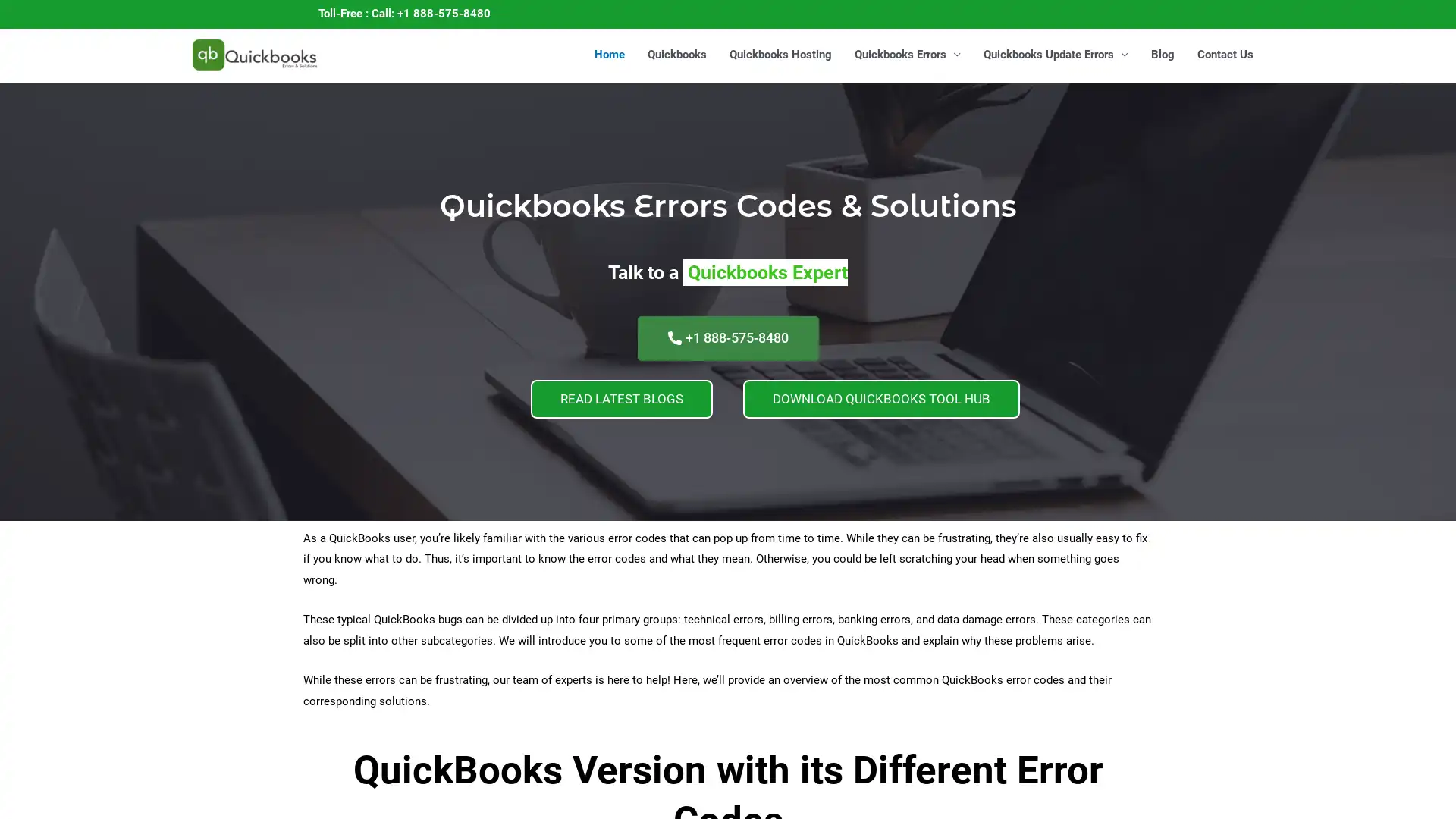 The width and height of the screenshot is (1456, 819). What do you see at coordinates (881, 397) in the screenshot?
I see `DOWNLOAD QUICKBOOKS TOOL HUB` at bounding box center [881, 397].